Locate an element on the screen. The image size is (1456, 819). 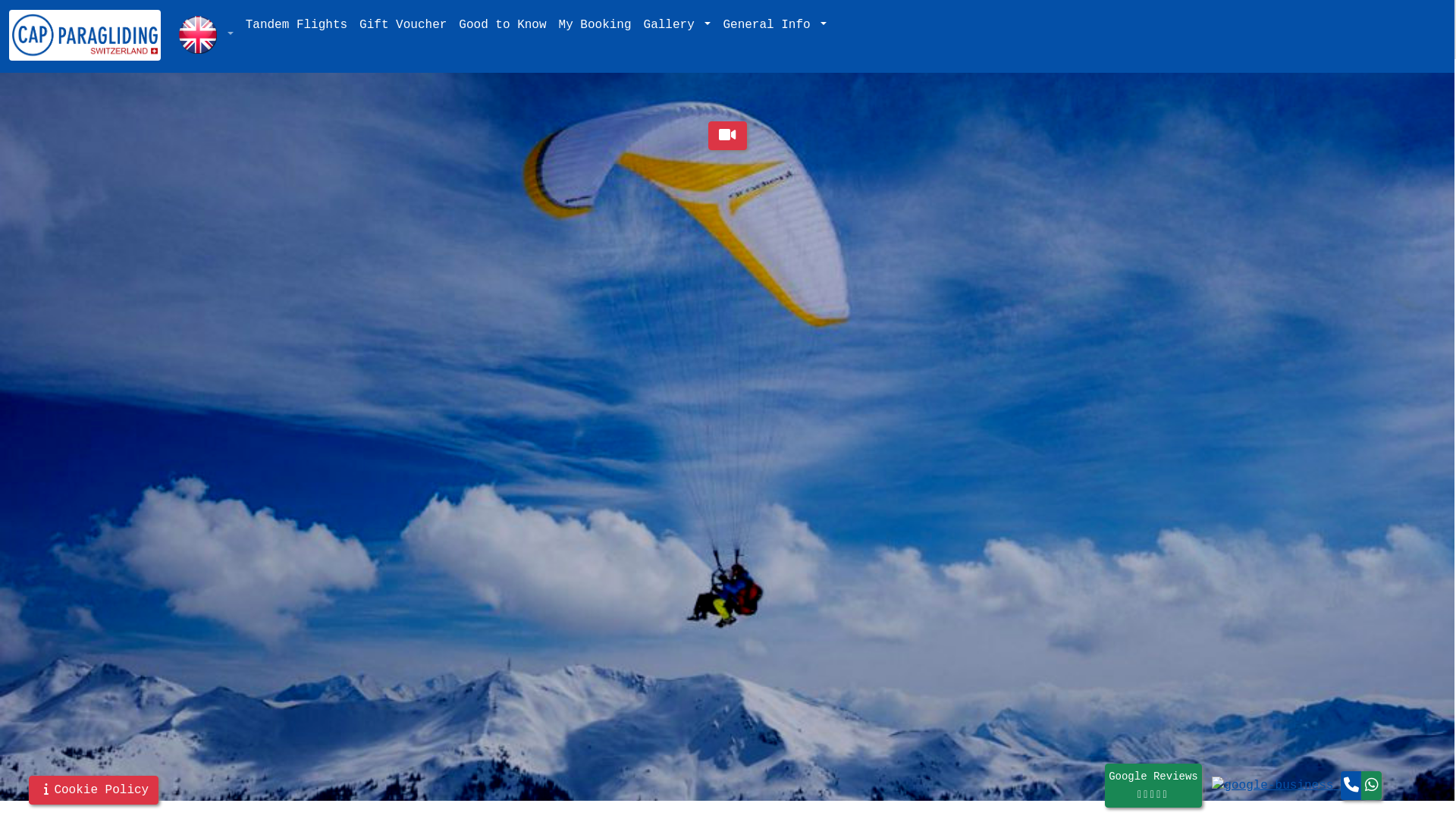
'Gift Voucher' is located at coordinates (403, 25).